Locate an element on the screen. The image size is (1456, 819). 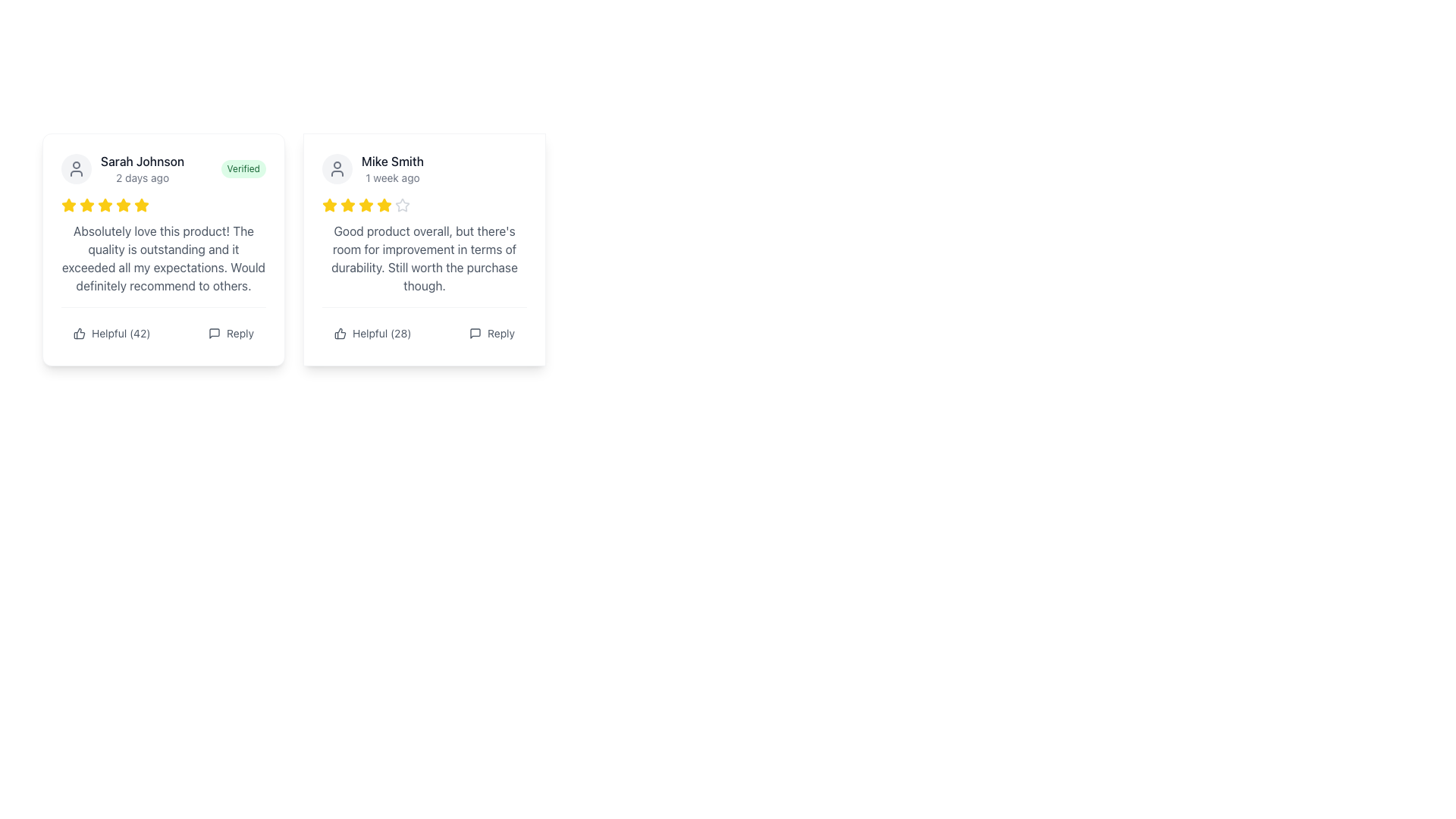
the User data display section that shows the user's name and timestamp of their comment, located at the top left of the left card, above the verified badge is located at coordinates (123, 169).